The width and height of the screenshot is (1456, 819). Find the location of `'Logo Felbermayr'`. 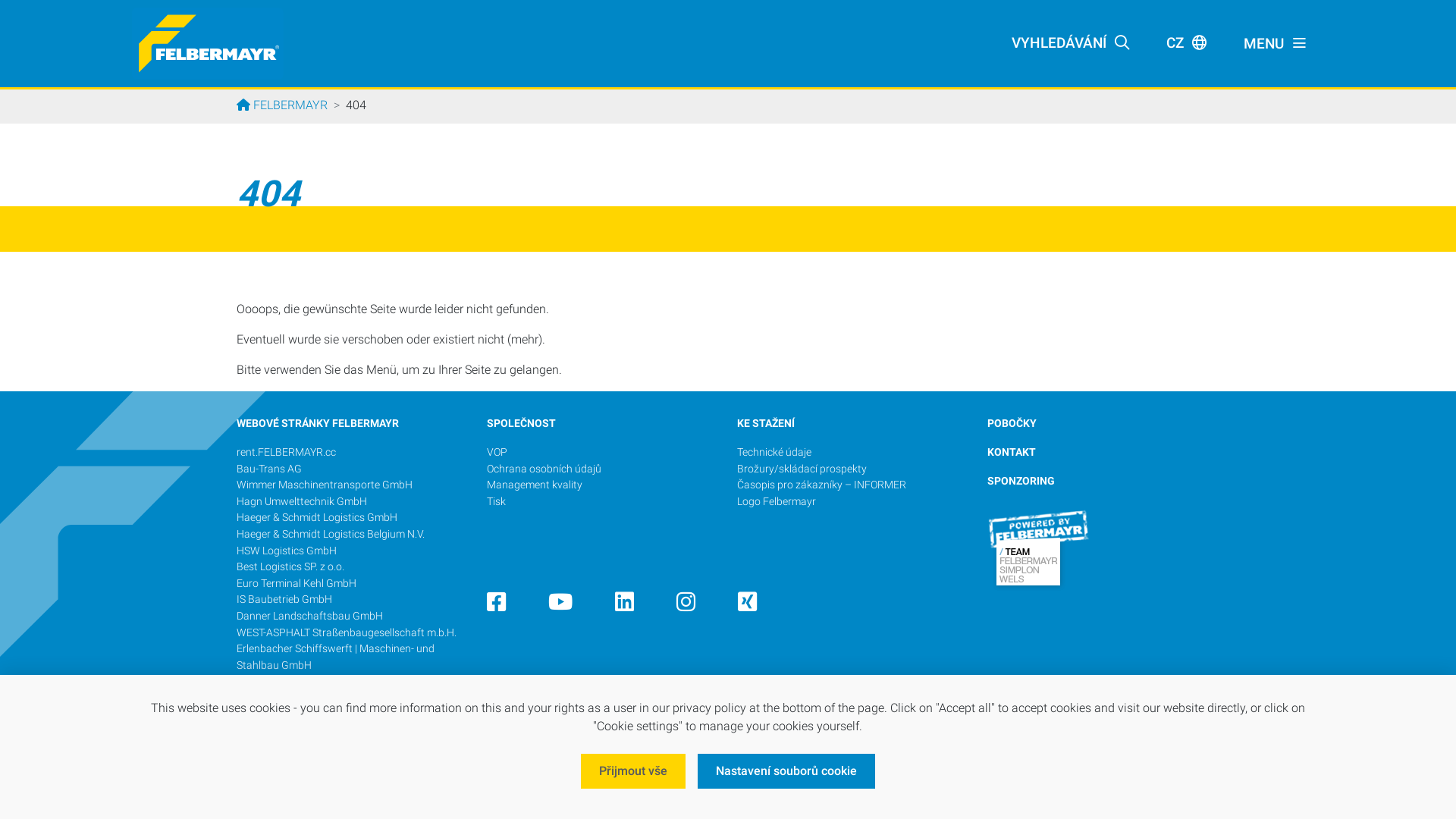

'Logo Felbermayr' is located at coordinates (776, 501).